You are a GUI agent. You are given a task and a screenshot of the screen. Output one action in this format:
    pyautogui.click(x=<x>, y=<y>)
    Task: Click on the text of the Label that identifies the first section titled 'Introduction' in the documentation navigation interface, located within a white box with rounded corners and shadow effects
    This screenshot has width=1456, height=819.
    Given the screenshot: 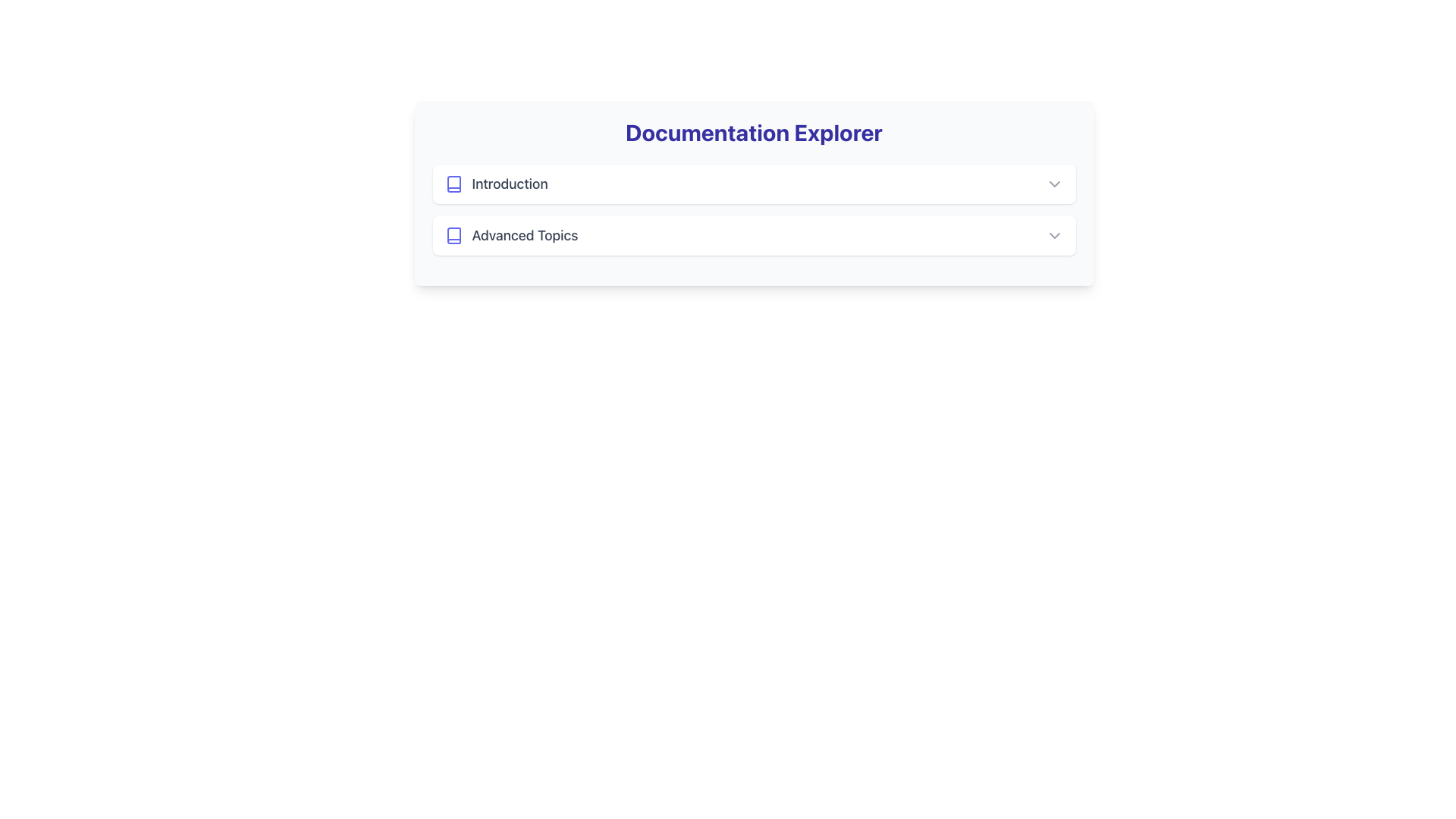 What is the action you would take?
    pyautogui.click(x=496, y=184)
    